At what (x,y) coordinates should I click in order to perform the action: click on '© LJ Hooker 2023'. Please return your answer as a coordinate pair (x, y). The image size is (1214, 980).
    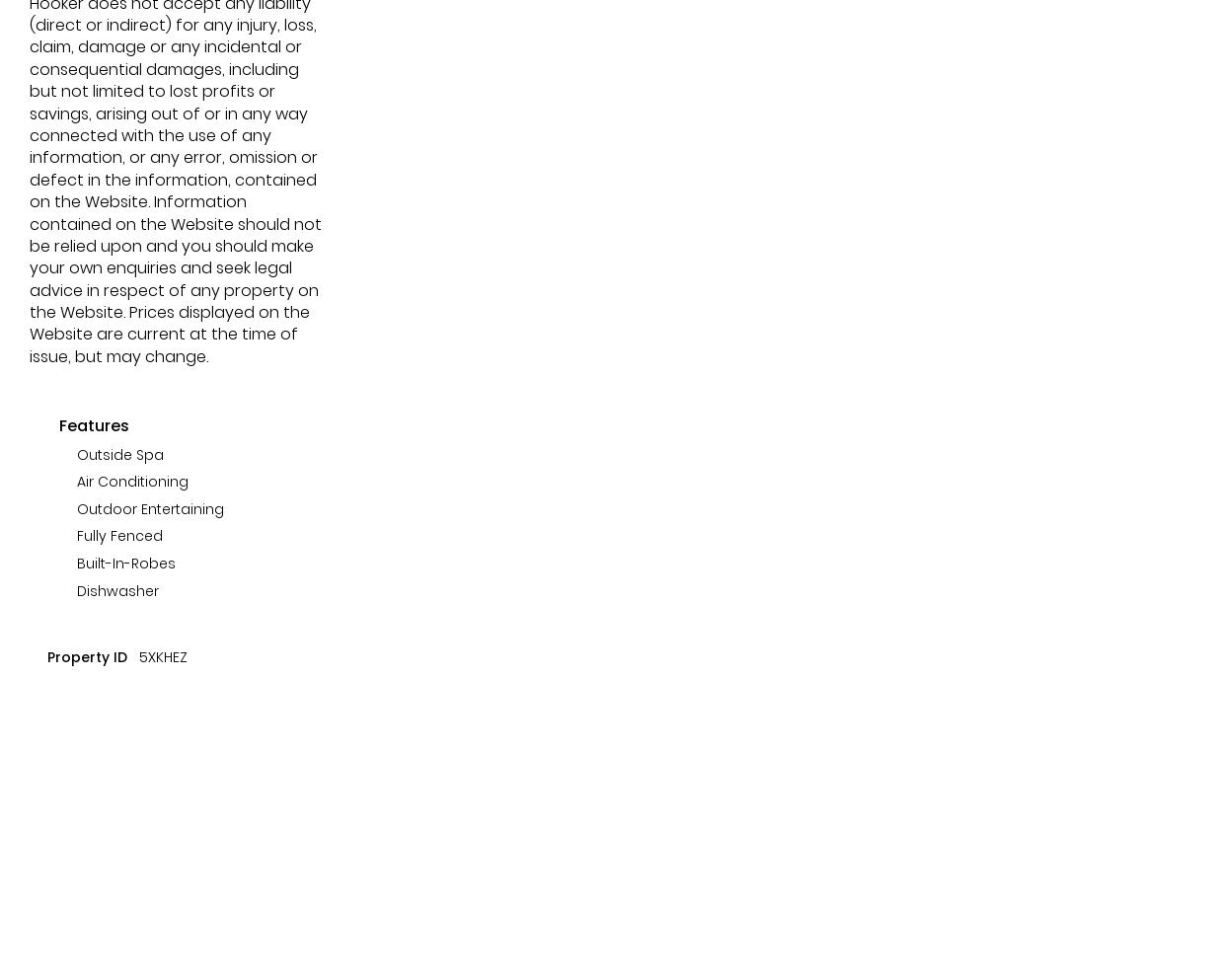
    Looking at the image, I should click on (172, 309).